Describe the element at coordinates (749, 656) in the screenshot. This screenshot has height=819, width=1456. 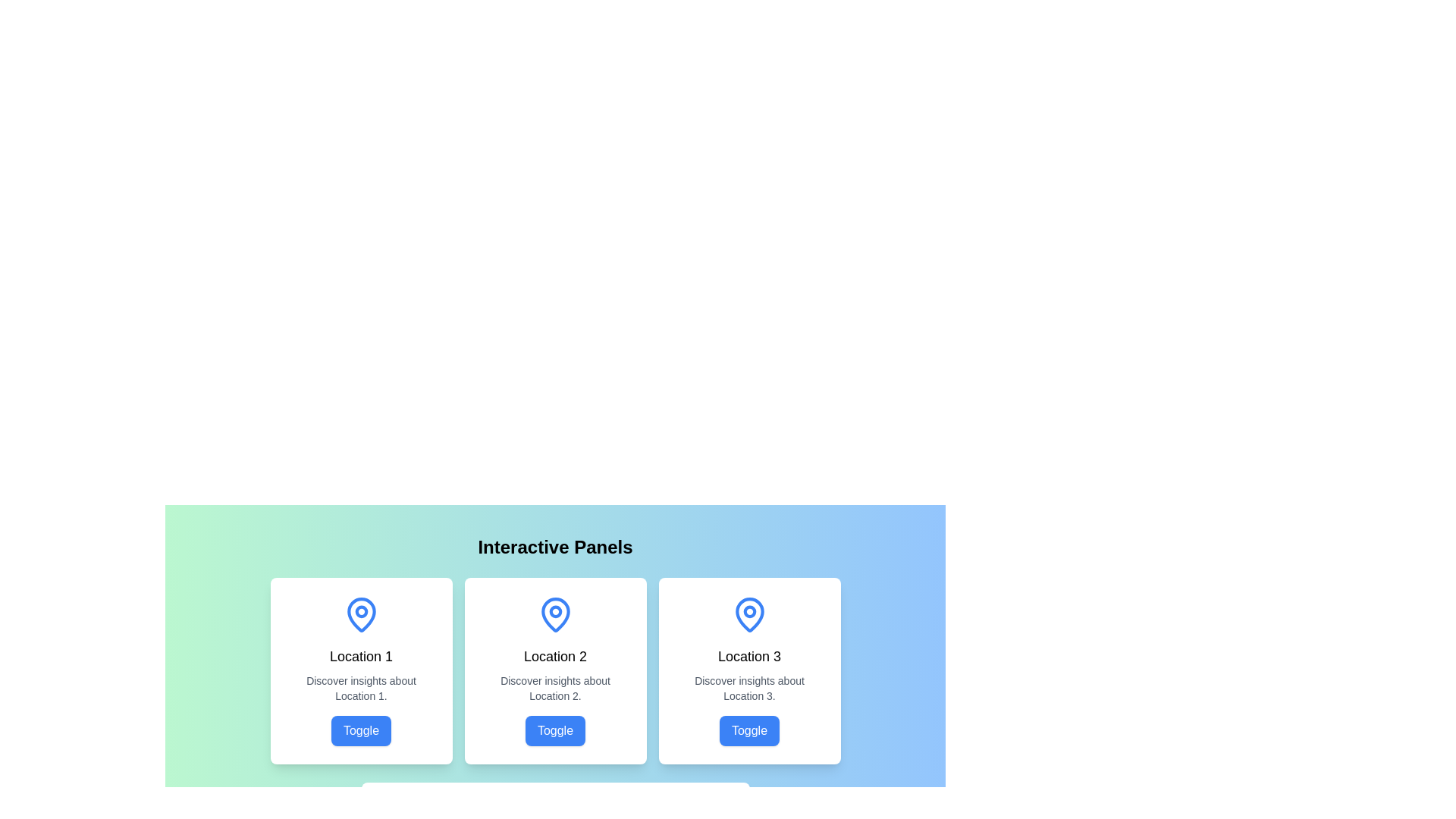
I see `the text element displaying 'Location 3', which is a bold title positioned below an icon and above descriptive text` at that location.